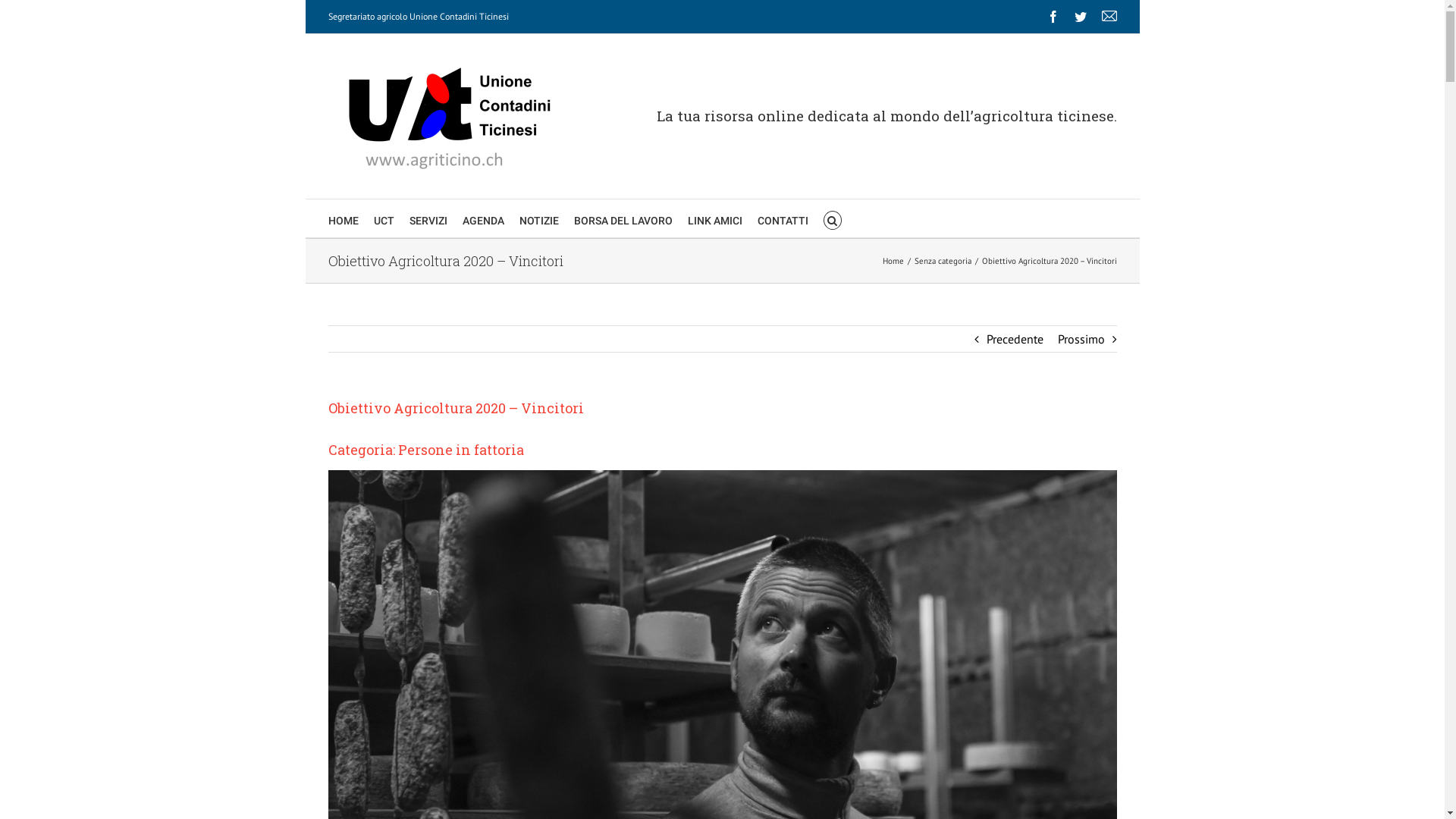 This screenshot has width=1456, height=819. Describe the element at coordinates (832, 218) in the screenshot. I see `'Cerca'` at that location.